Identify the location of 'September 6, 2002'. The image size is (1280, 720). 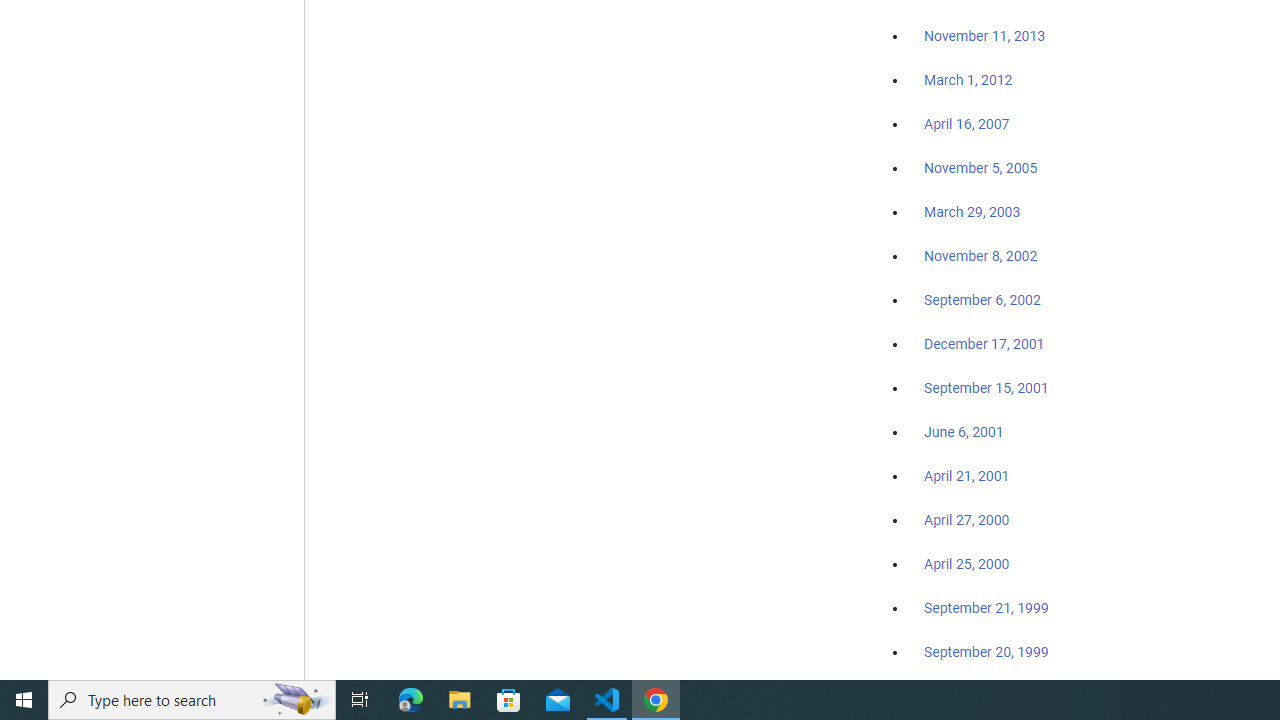
(982, 299).